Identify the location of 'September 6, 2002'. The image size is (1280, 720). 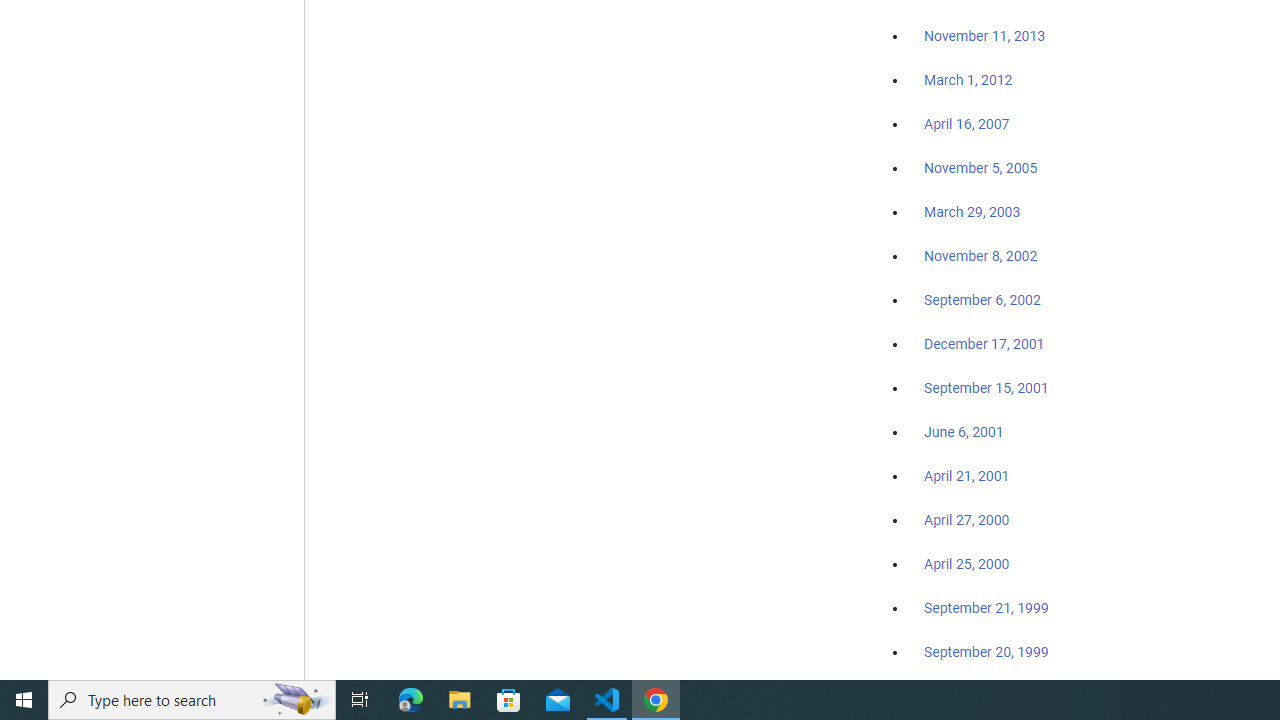
(982, 299).